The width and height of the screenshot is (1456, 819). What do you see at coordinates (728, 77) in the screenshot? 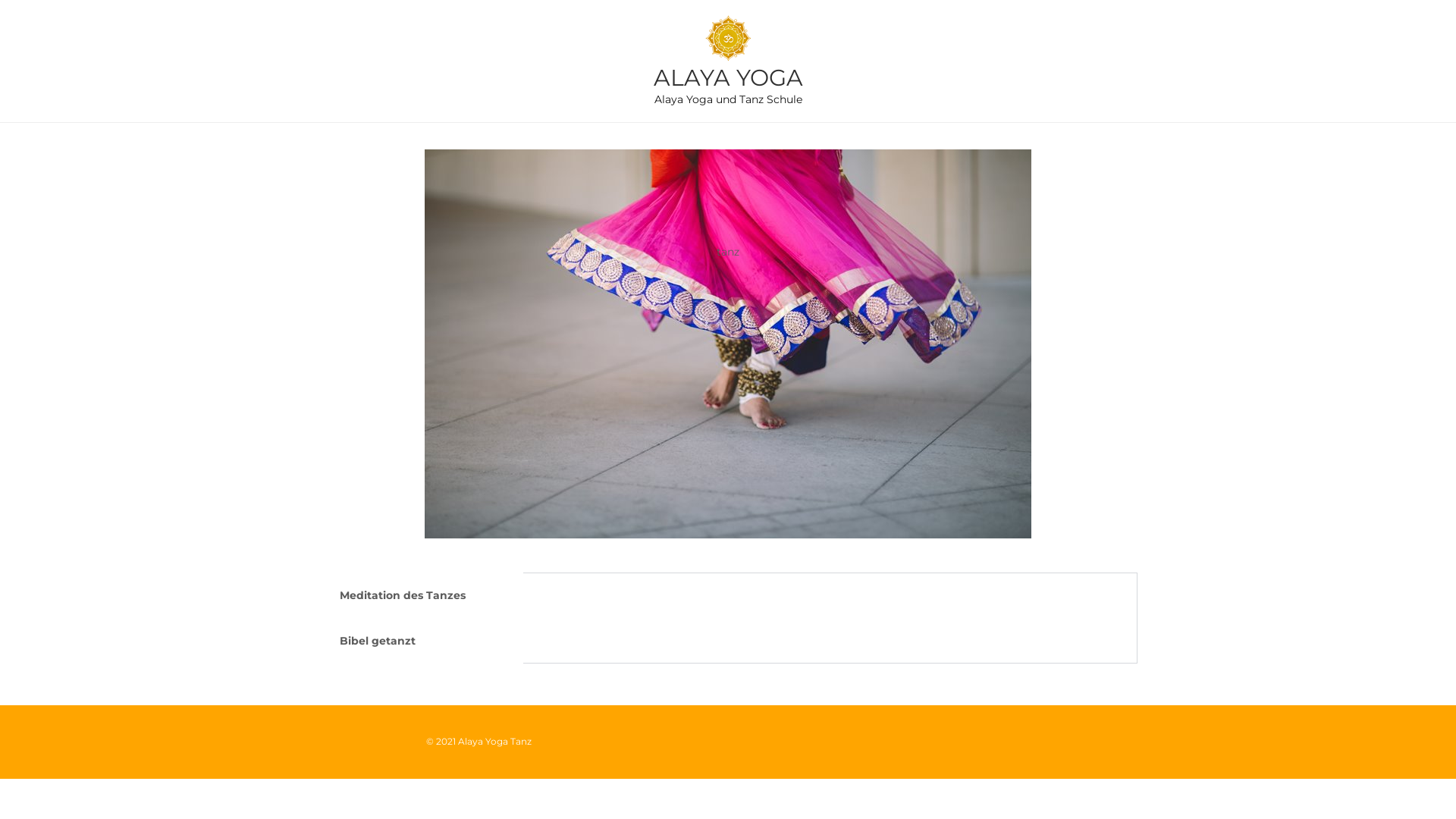
I see `'ALAYA YOGA'` at bounding box center [728, 77].